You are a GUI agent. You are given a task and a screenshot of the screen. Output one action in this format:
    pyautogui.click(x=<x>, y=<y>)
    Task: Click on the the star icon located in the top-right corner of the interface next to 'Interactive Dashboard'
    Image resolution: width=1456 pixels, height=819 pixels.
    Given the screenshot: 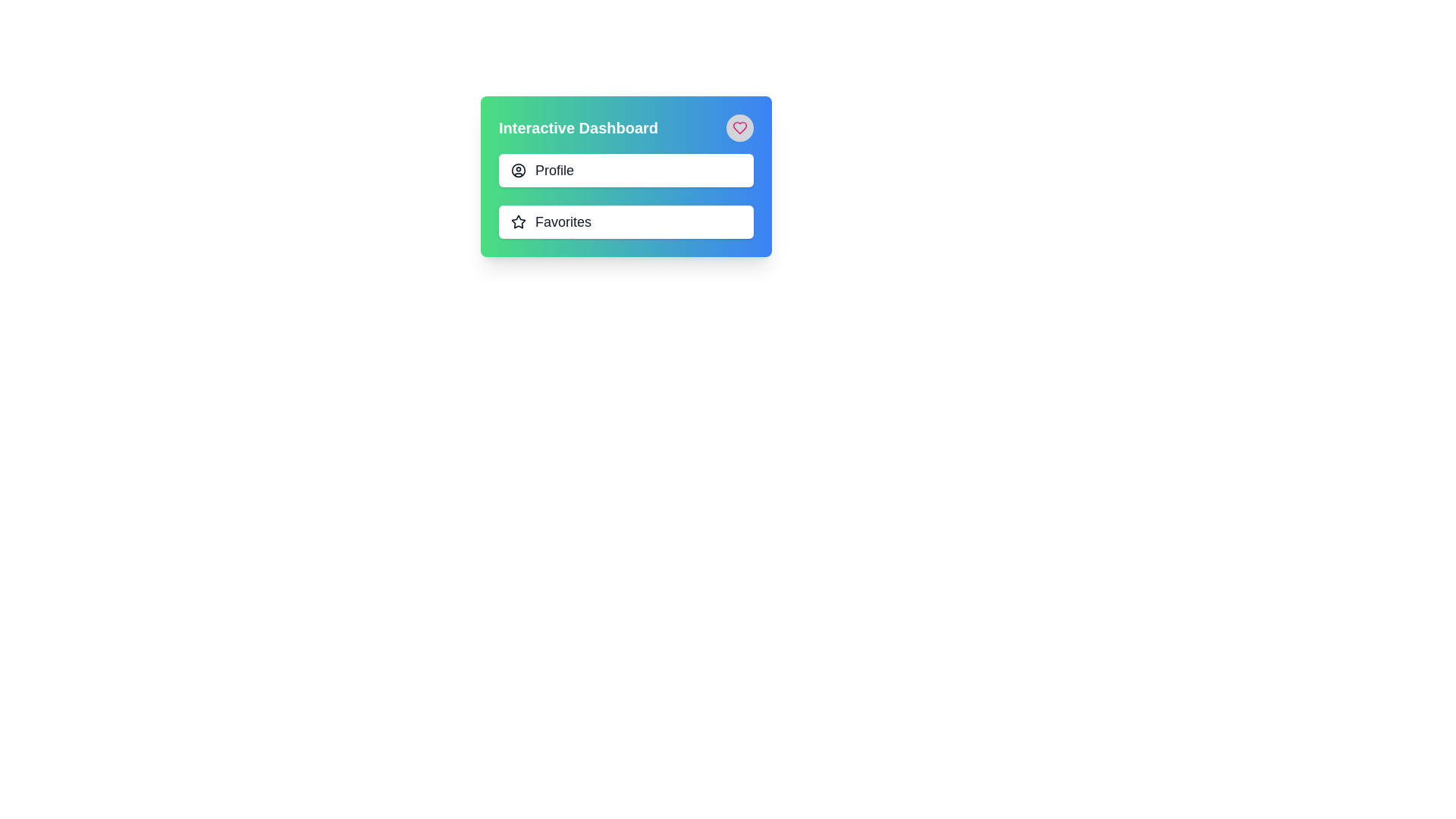 What is the action you would take?
    pyautogui.click(x=519, y=221)
    